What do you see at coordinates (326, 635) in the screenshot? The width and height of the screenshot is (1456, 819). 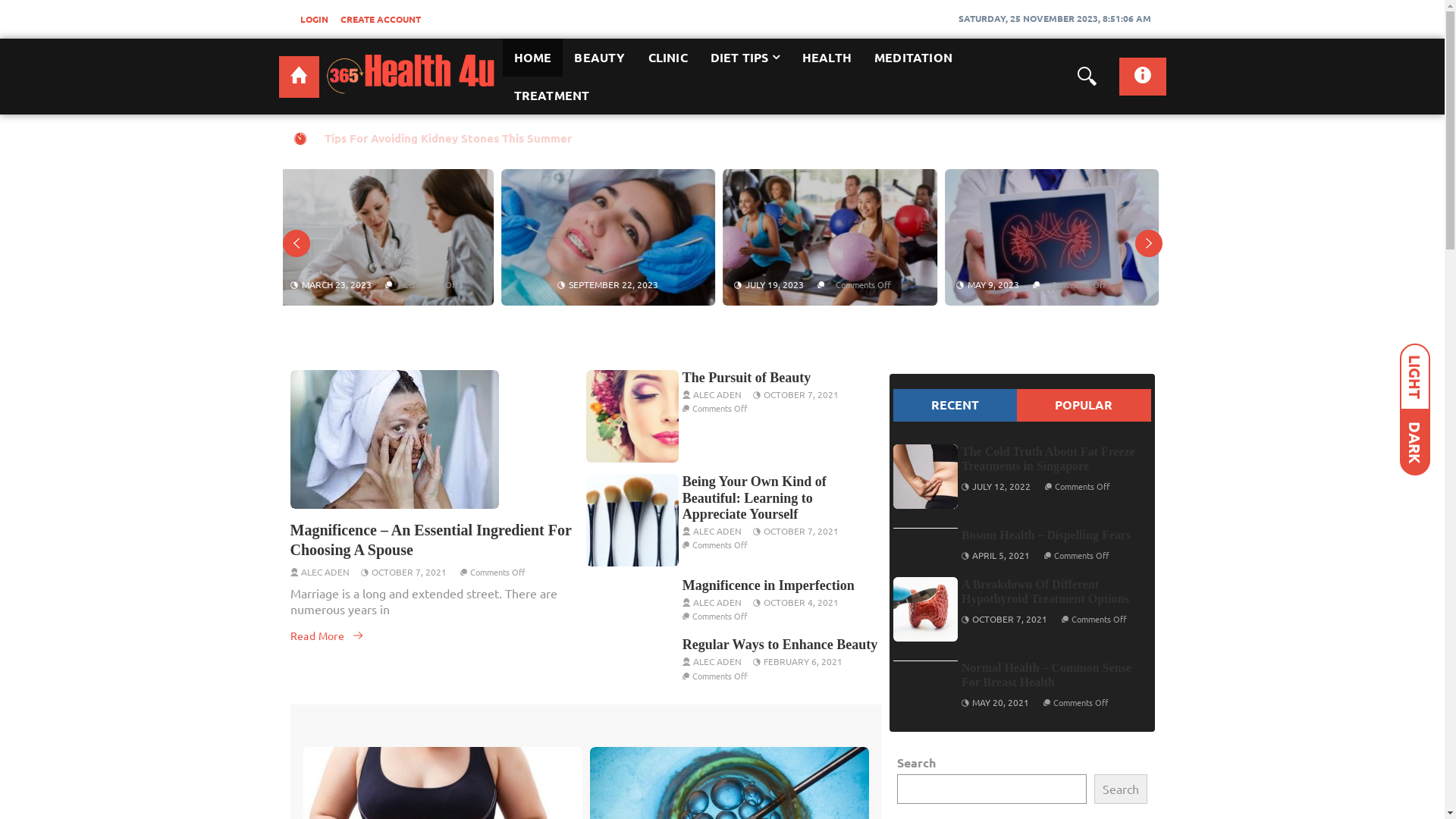 I see `'Read More'` at bounding box center [326, 635].